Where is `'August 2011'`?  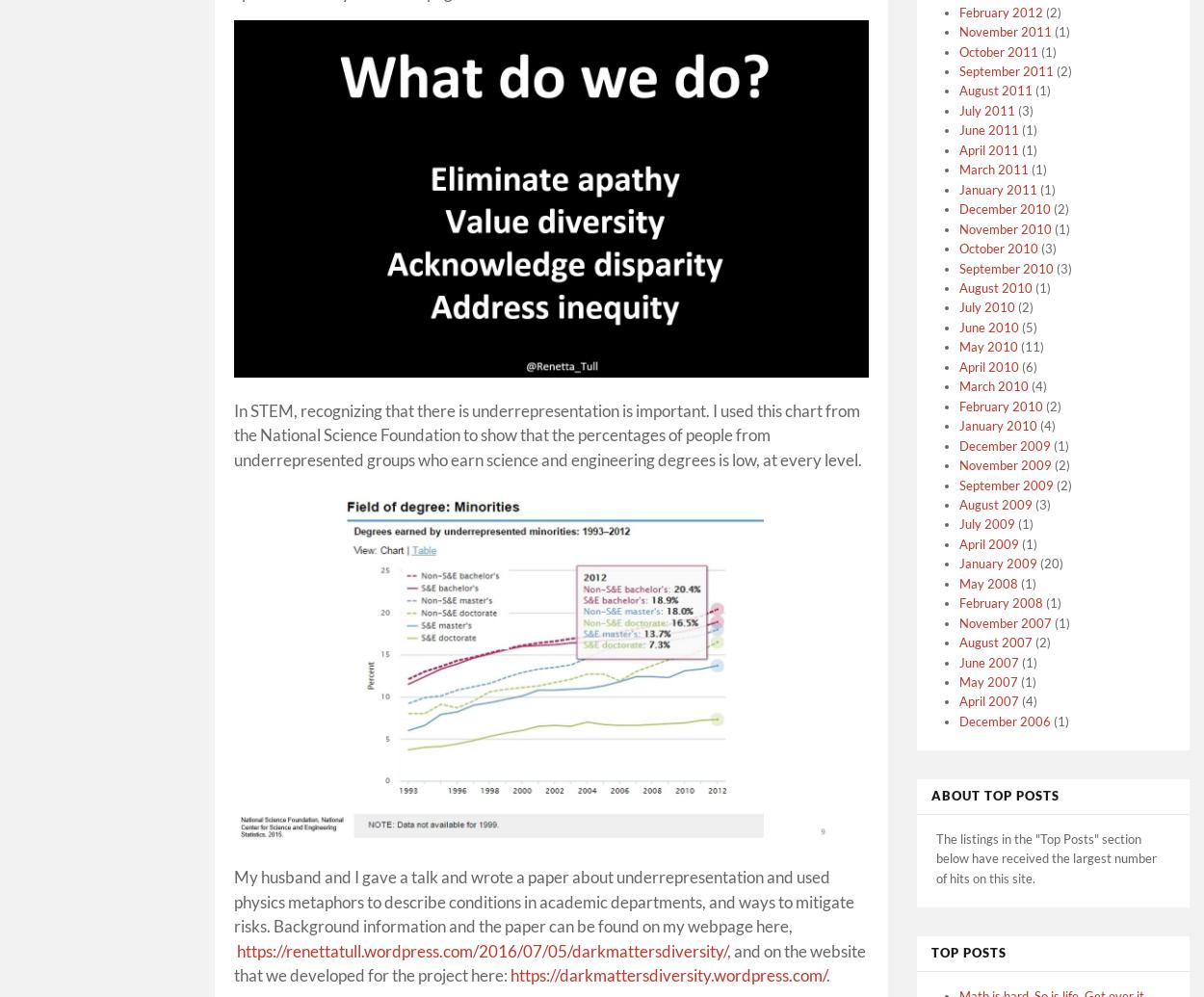 'August 2011' is located at coordinates (996, 90).